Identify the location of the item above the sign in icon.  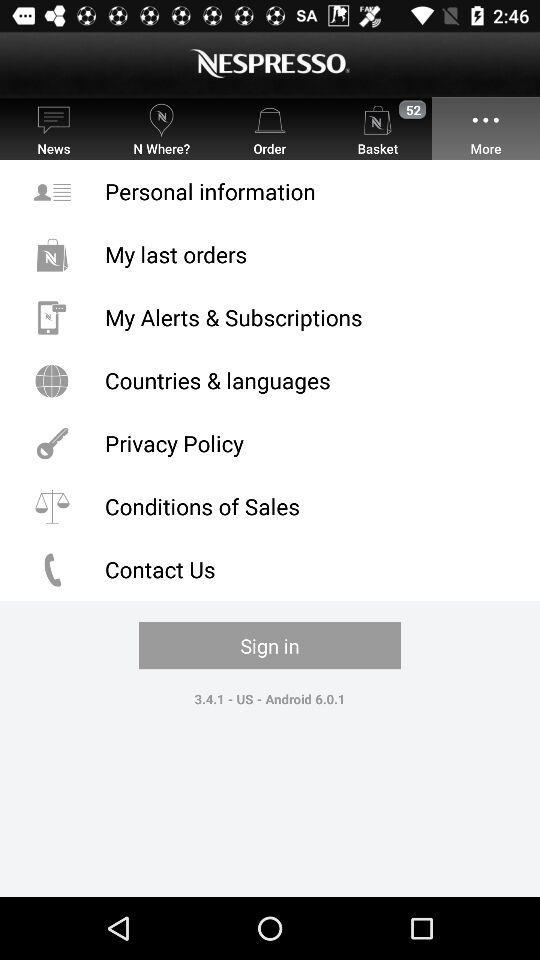
(270, 569).